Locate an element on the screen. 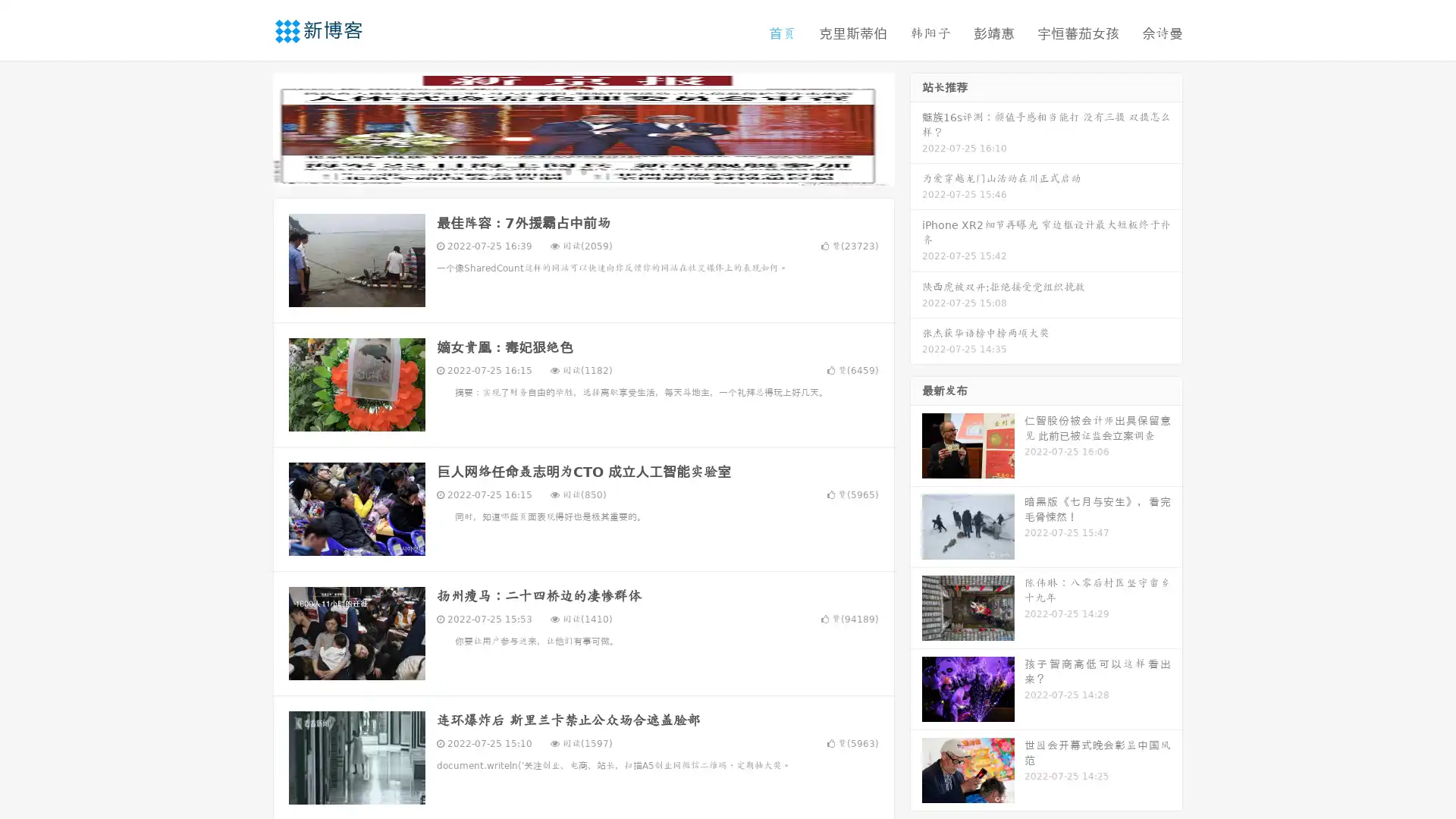 This screenshot has height=819, width=1456. Go to slide 3 is located at coordinates (598, 171).